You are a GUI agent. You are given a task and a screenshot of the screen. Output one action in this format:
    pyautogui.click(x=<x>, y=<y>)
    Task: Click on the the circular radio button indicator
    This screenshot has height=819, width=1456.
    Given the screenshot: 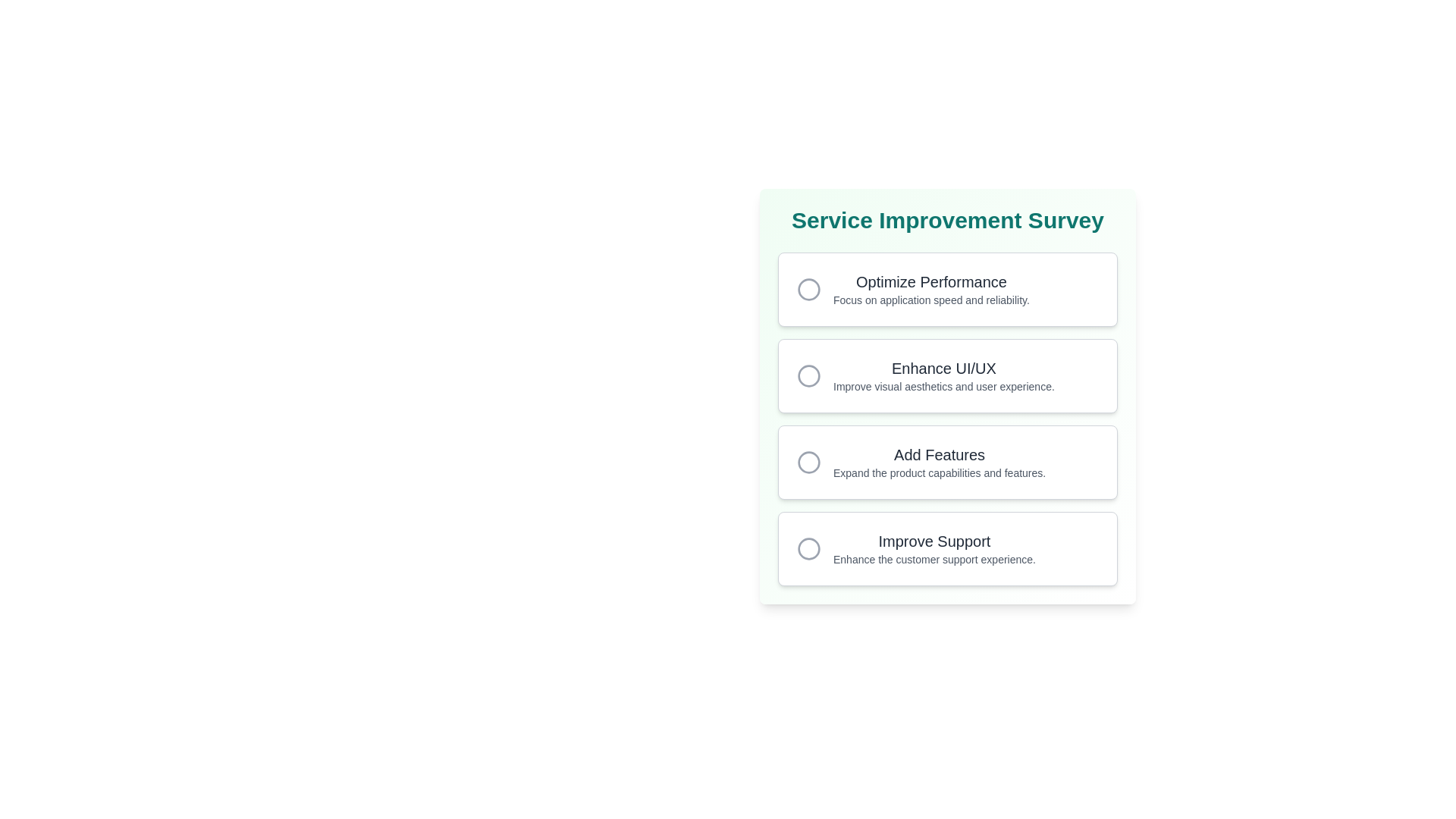 What is the action you would take?
    pyautogui.click(x=808, y=461)
    